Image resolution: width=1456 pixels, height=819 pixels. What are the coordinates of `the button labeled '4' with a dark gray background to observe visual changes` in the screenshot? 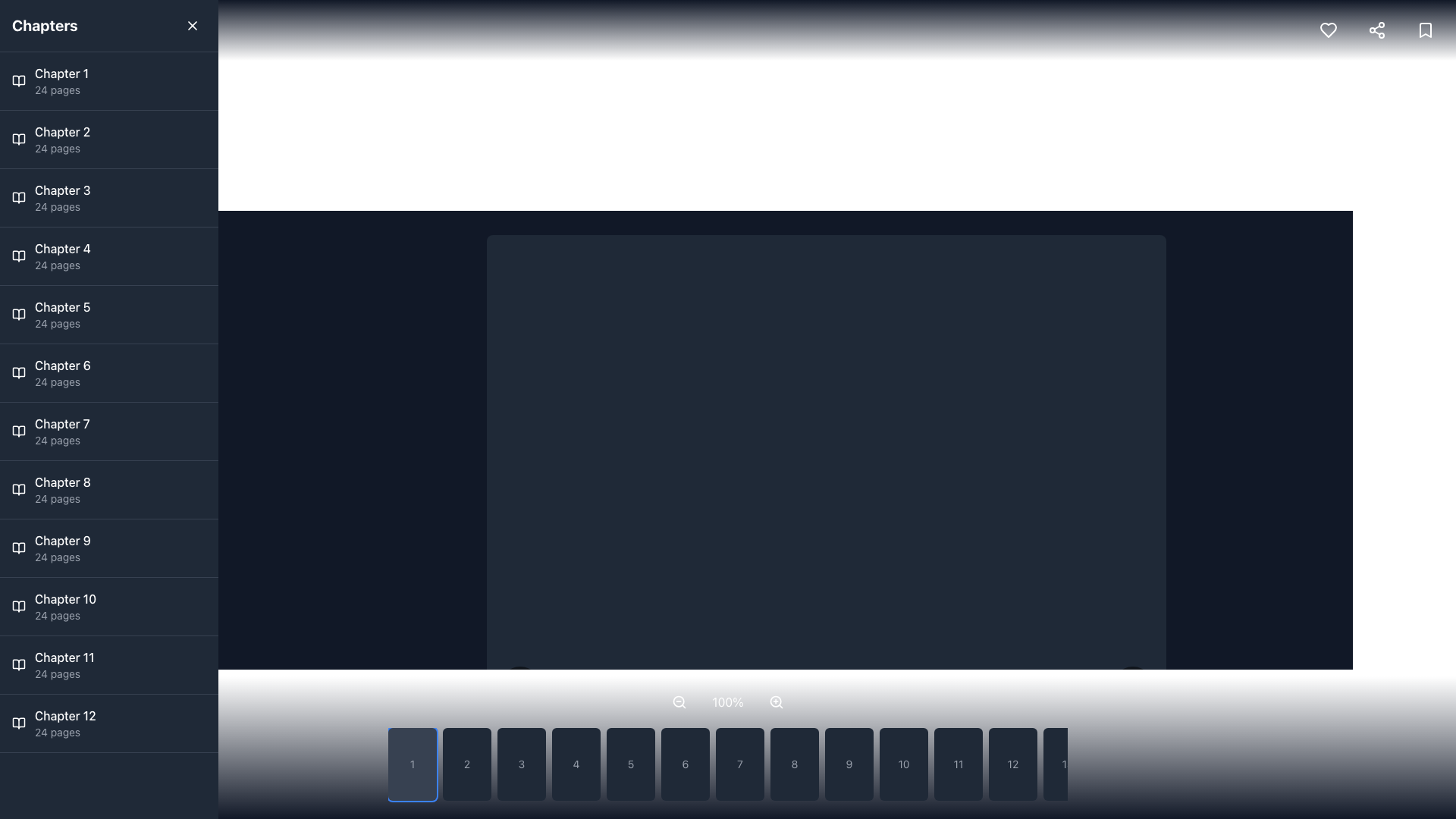 It's located at (575, 764).